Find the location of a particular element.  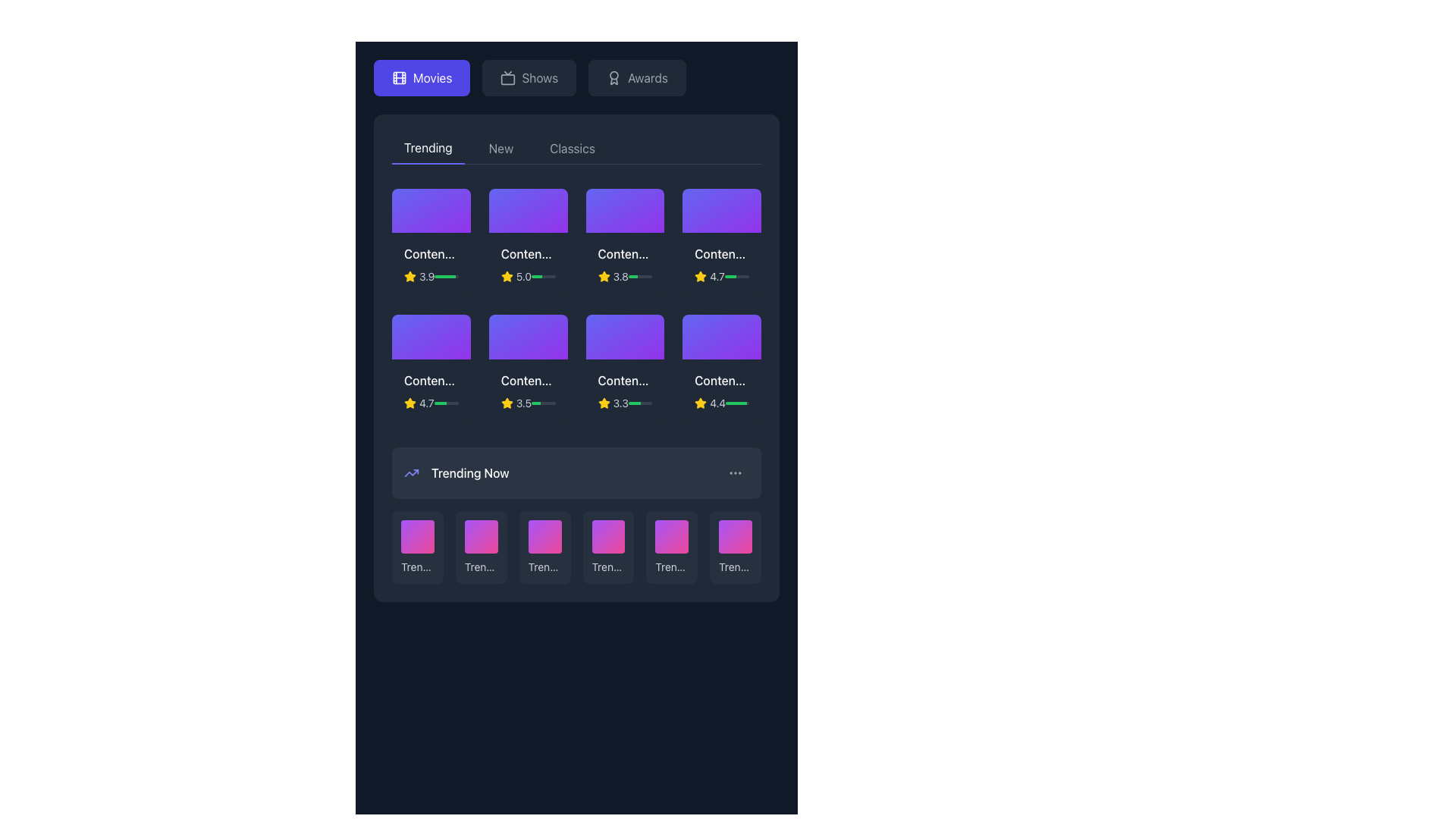

the card associated with the text label 'Content Title 7' in the second row, third column of the grid layout under the 'Trending' section of the 'Movies' category is located at coordinates (625, 379).